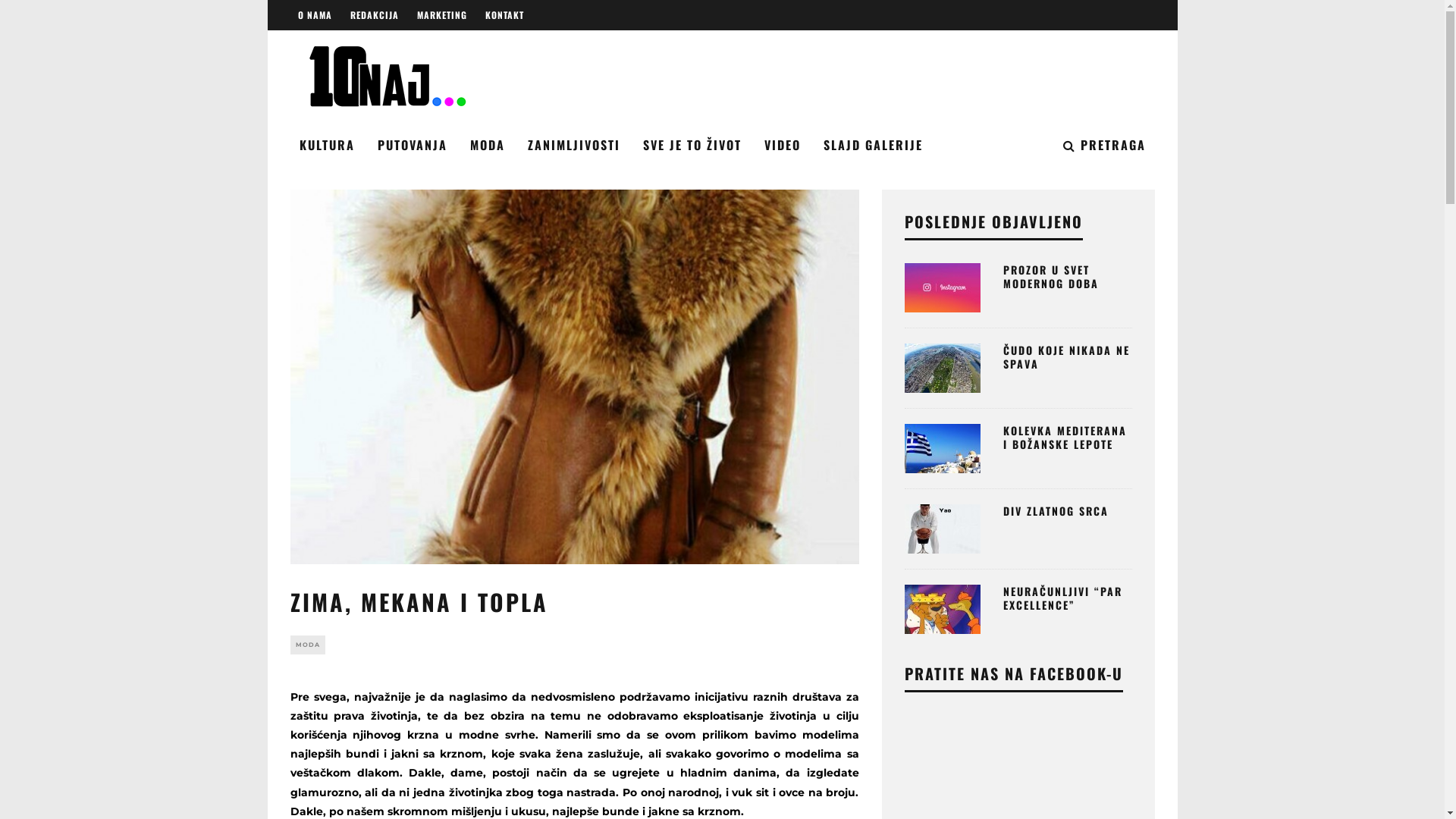 The height and width of the screenshot is (819, 1456). I want to click on 'VIDEO', so click(755, 145).